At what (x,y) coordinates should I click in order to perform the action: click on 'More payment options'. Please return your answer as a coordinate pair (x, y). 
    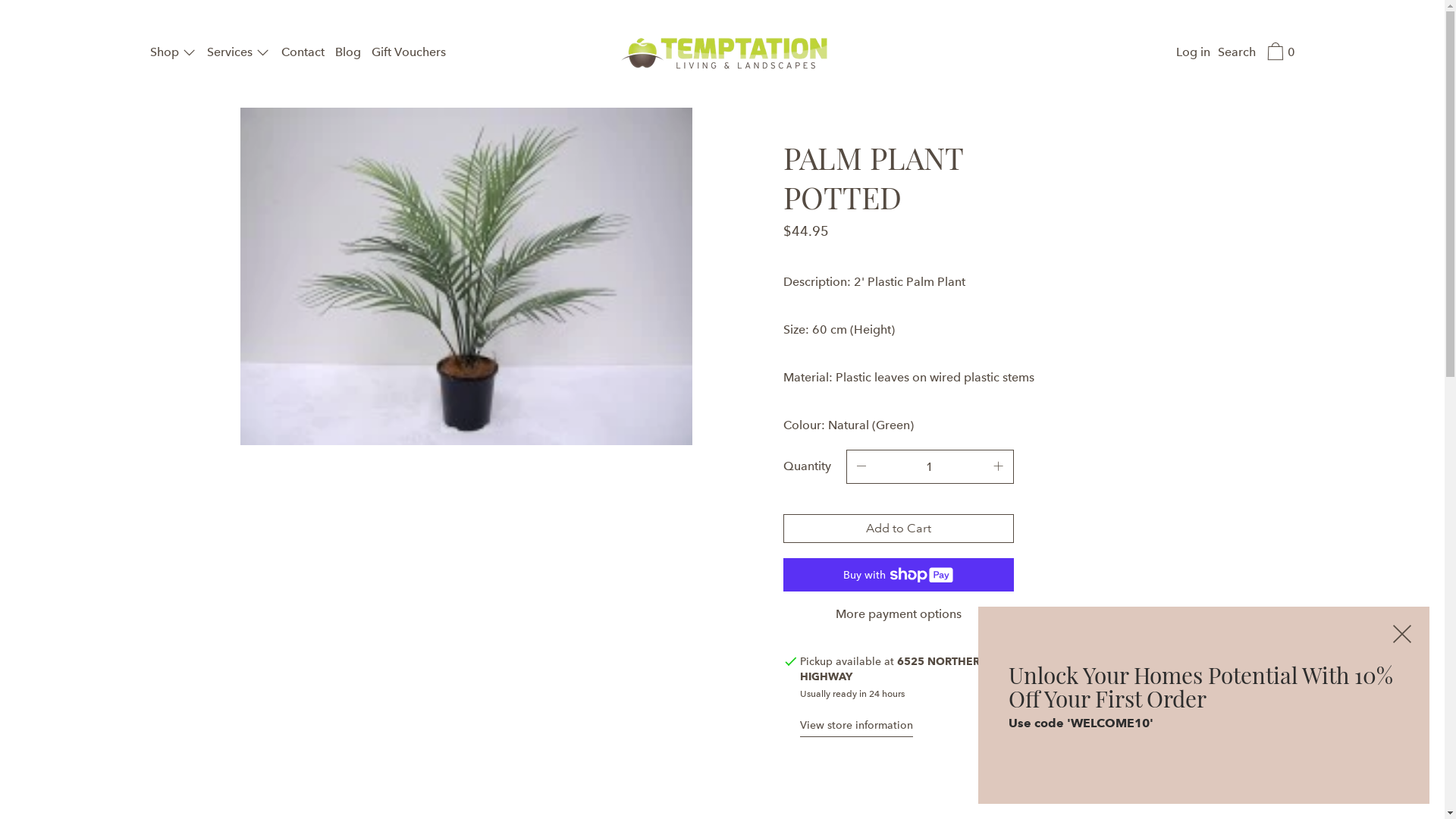
    Looking at the image, I should click on (898, 614).